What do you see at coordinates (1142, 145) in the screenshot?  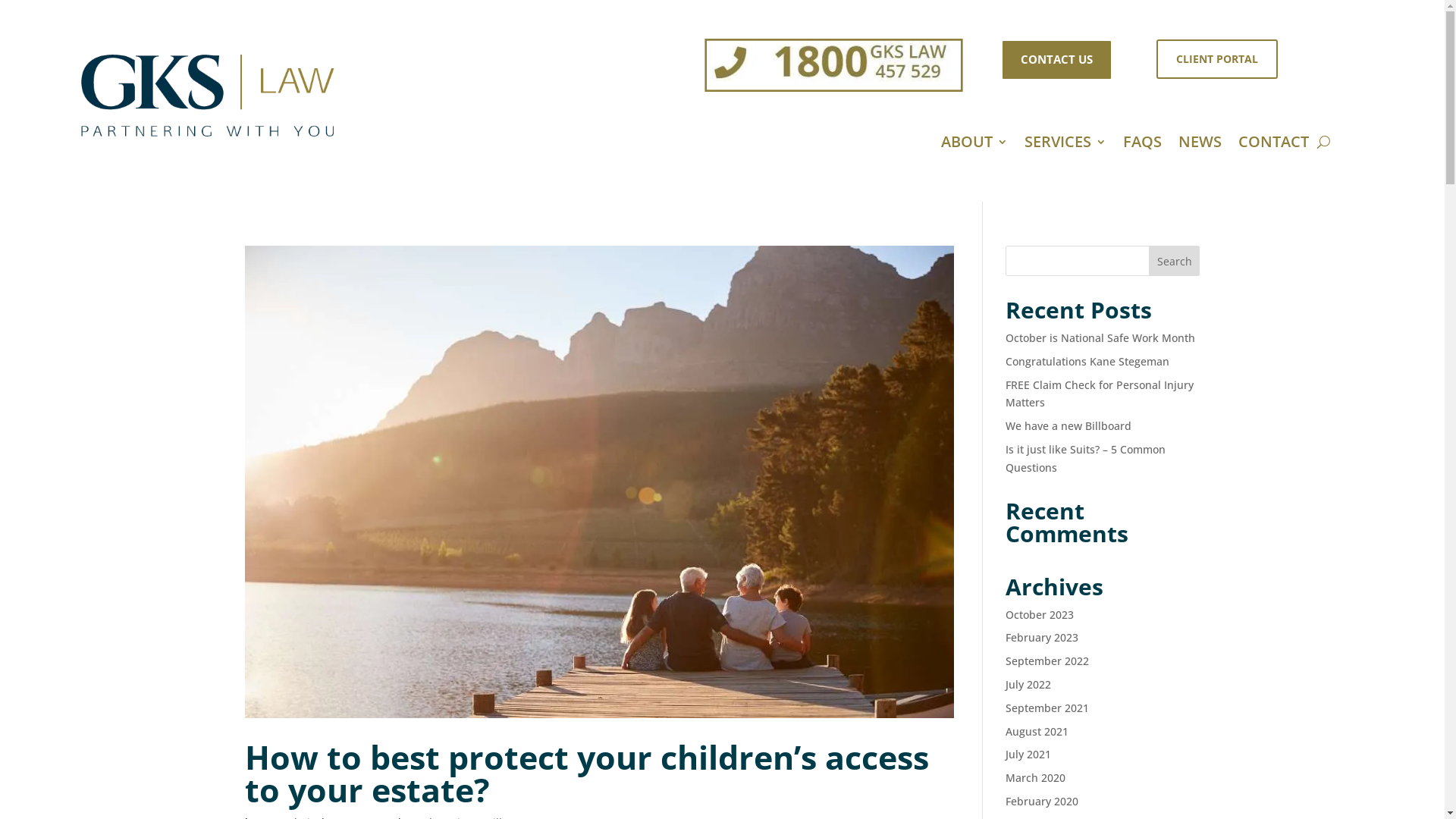 I see `'FAQS'` at bounding box center [1142, 145].